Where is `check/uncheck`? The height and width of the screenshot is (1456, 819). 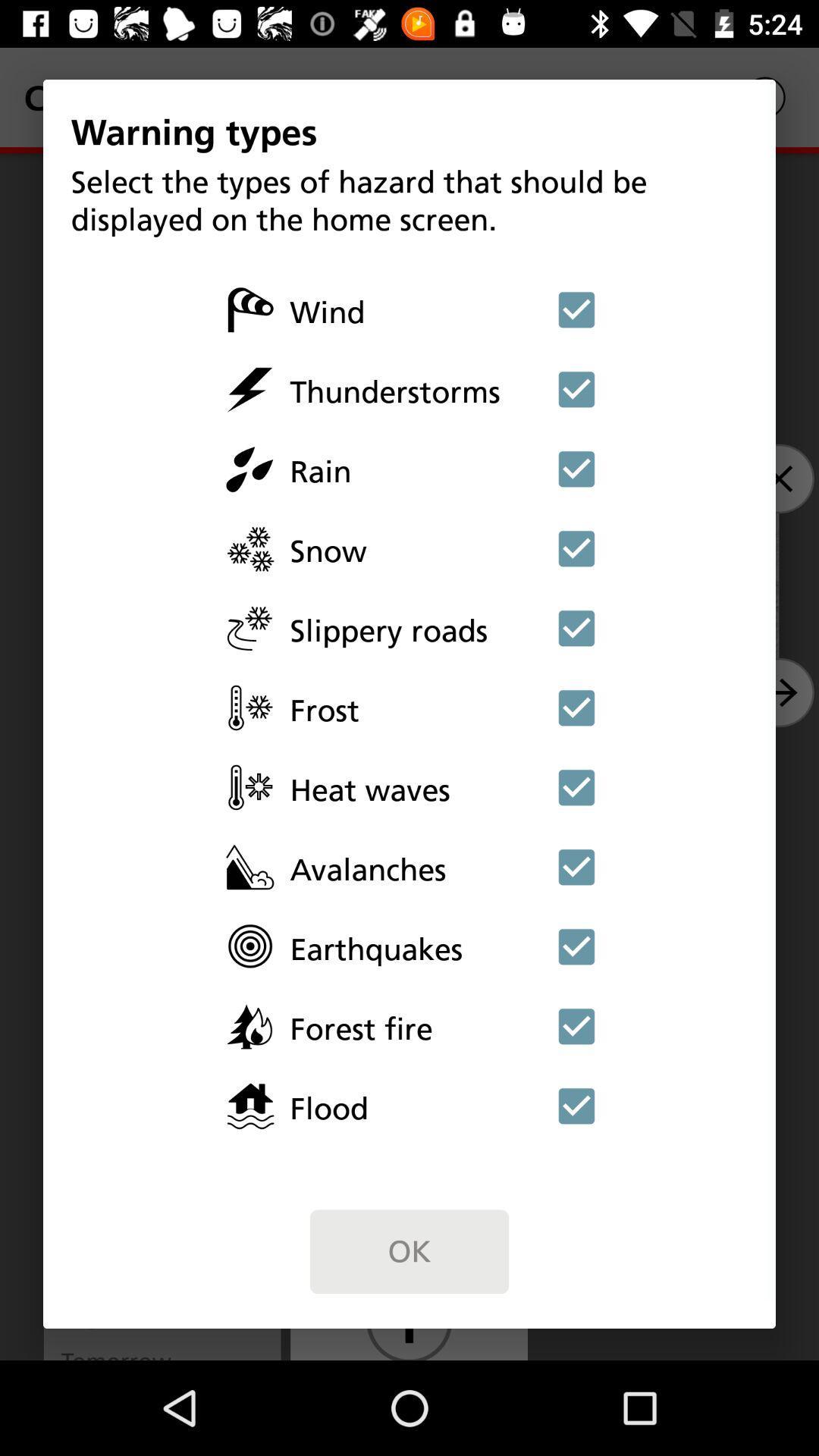
check/uncheck is located at coordinates (576, 548).